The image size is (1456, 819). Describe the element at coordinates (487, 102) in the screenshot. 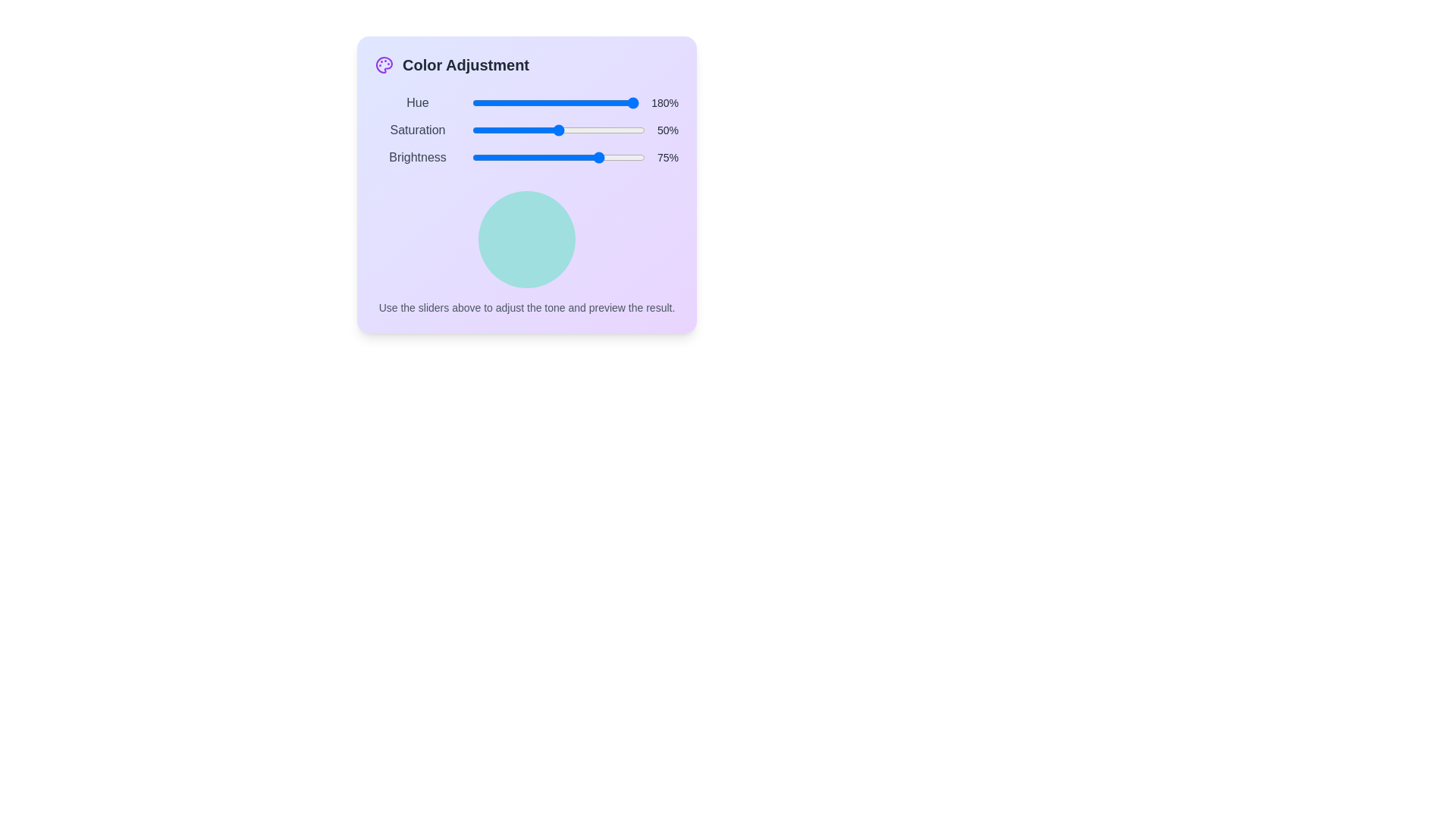

I see `the 0 slider to 9% to observe the resulting color in the preview circle` at that location.